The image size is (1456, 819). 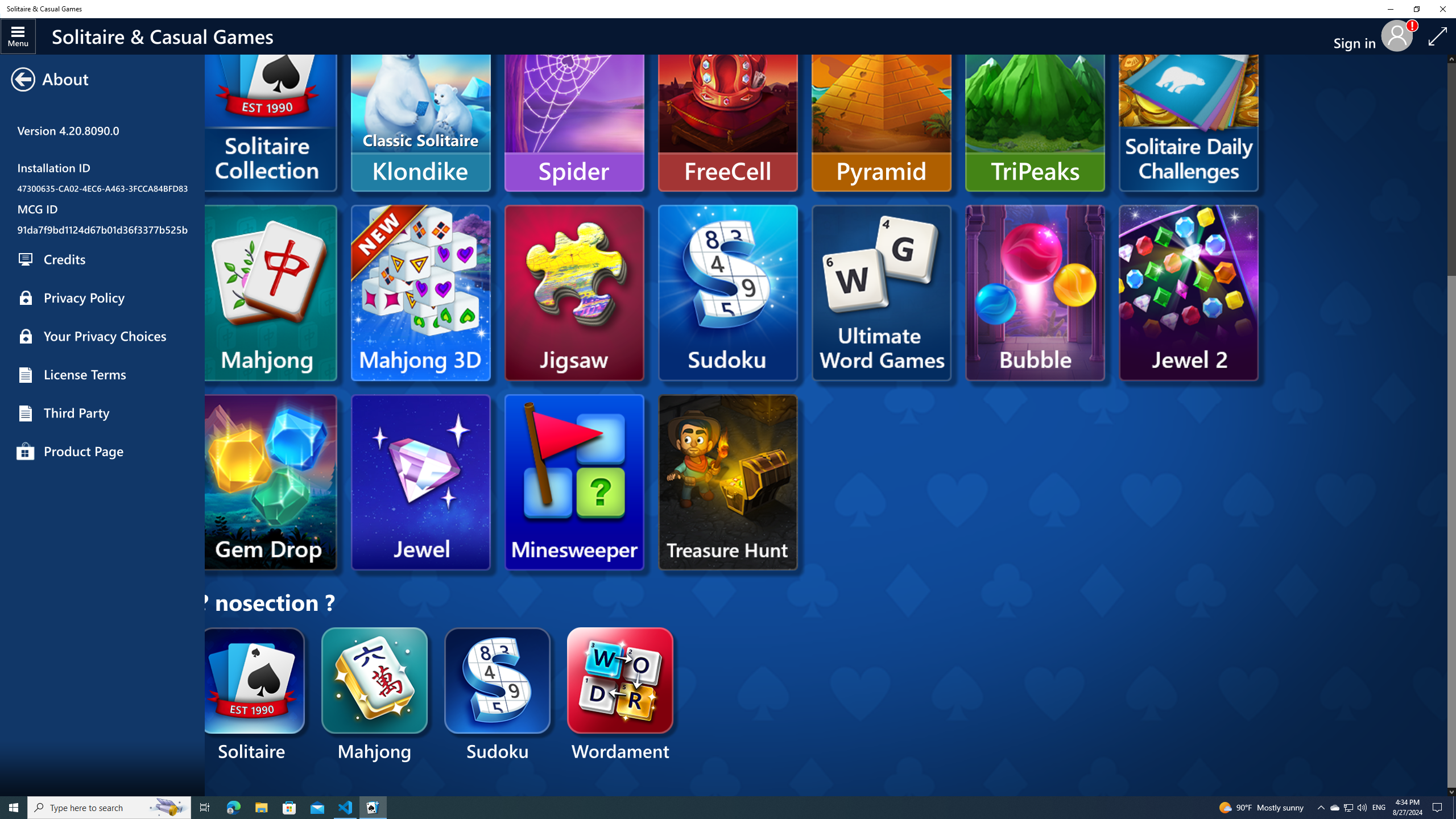 I want to click on 'Minimize Solitaire & Casual Games', so click(x=1389, y=9).